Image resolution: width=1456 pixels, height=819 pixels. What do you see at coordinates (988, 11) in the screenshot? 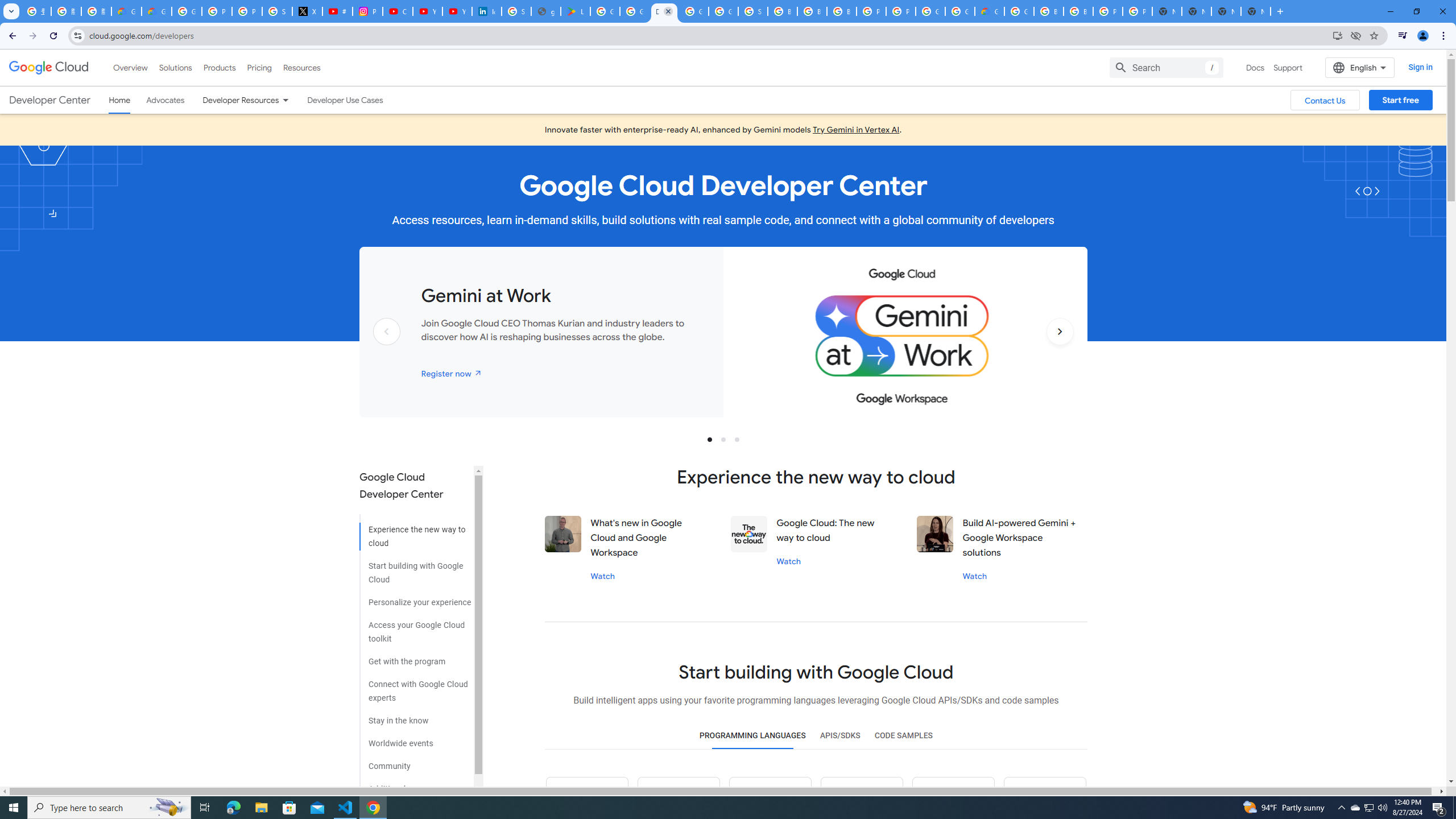
I see `'Google Cloud Estimate Summary'` at bounding box center [988, 11].